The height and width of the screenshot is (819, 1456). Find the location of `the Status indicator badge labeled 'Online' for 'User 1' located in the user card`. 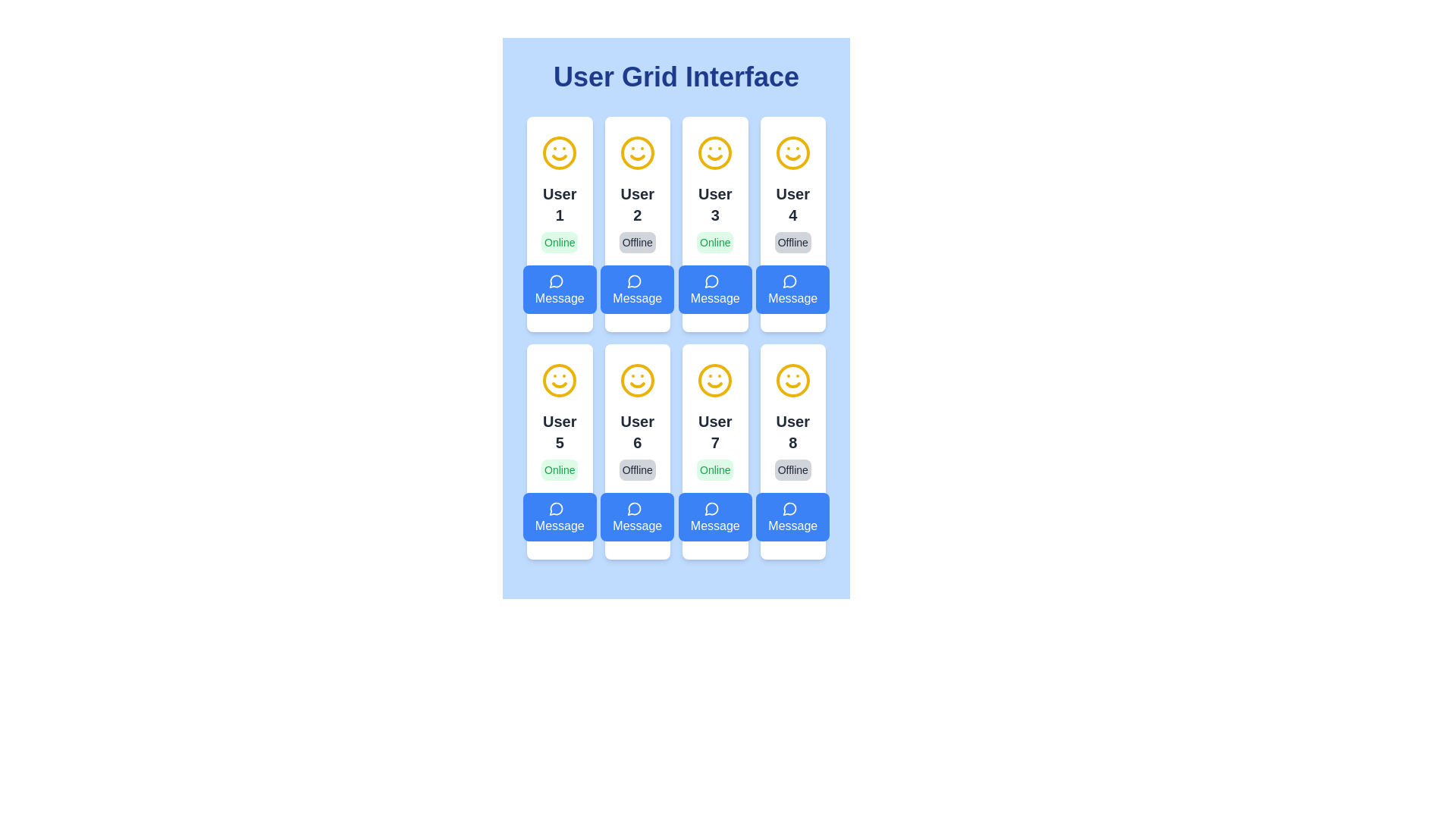

the Status indicator badge labeled 'Online' for 'User 1' located in the user card is located at coordinates (559, 242).